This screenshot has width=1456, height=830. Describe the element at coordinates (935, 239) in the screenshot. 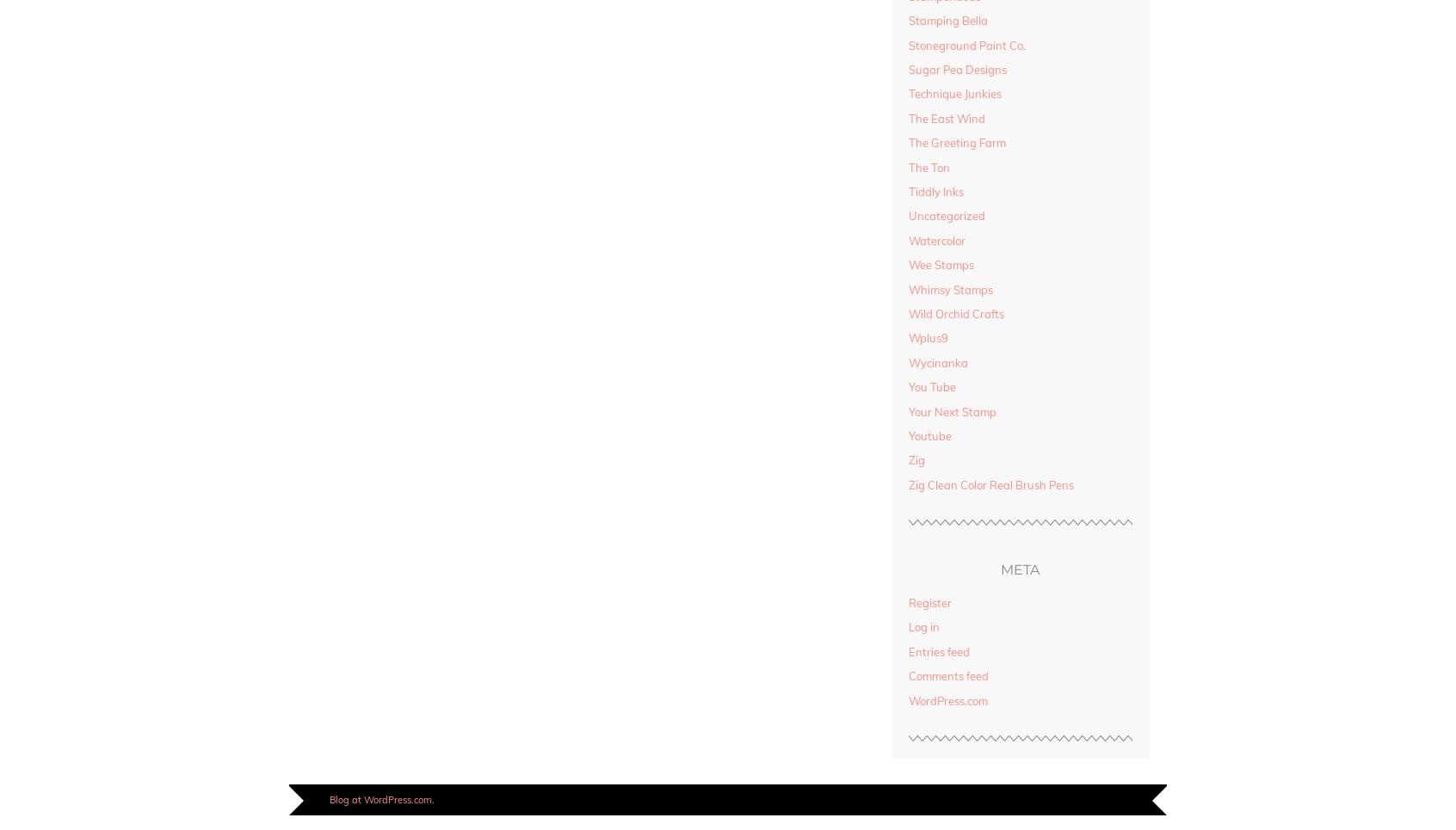

I see `'Watercolor'` at that location.